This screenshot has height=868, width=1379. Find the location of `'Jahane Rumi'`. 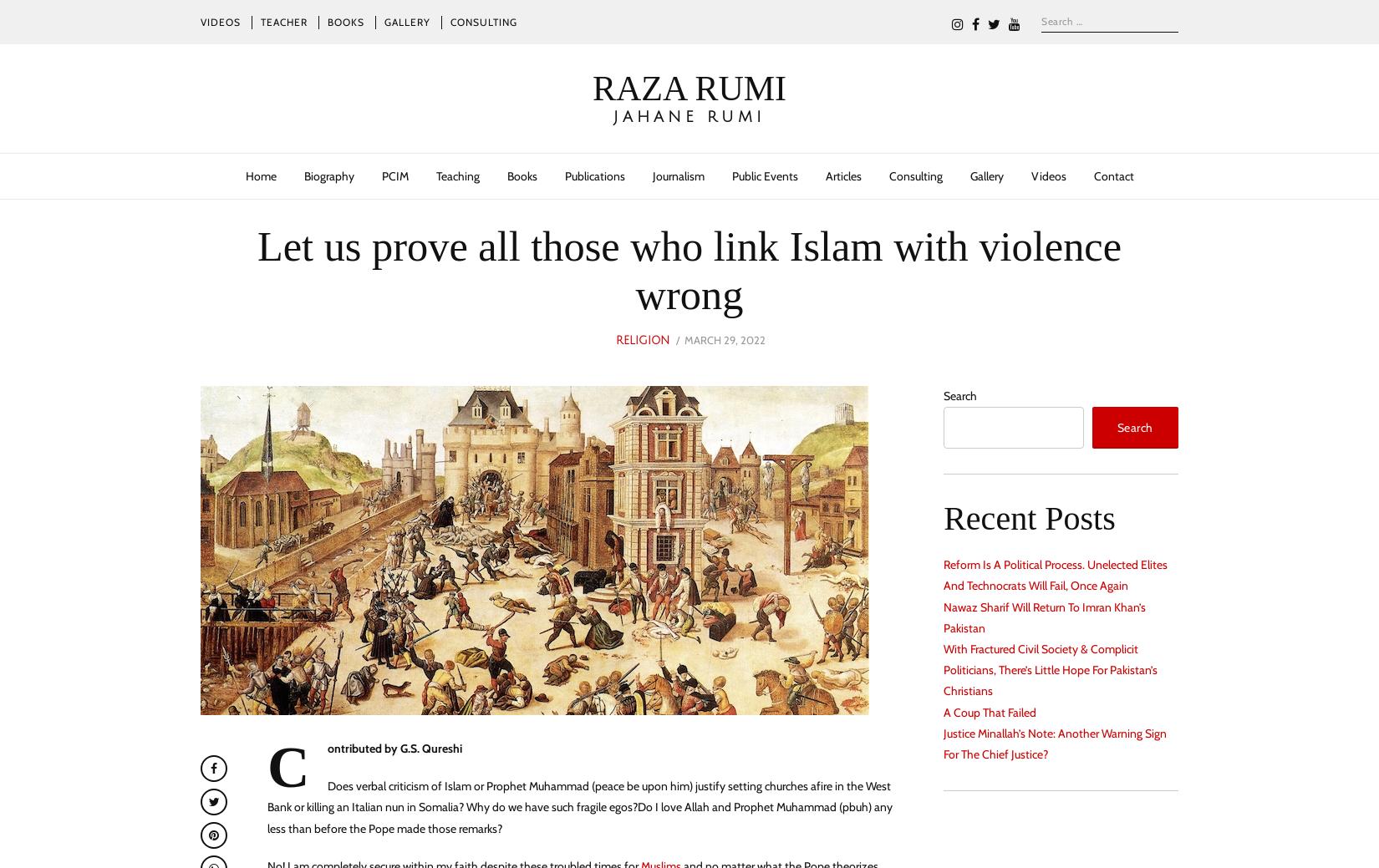

'Jahane Rumi' is located at coordinates (689, 115).